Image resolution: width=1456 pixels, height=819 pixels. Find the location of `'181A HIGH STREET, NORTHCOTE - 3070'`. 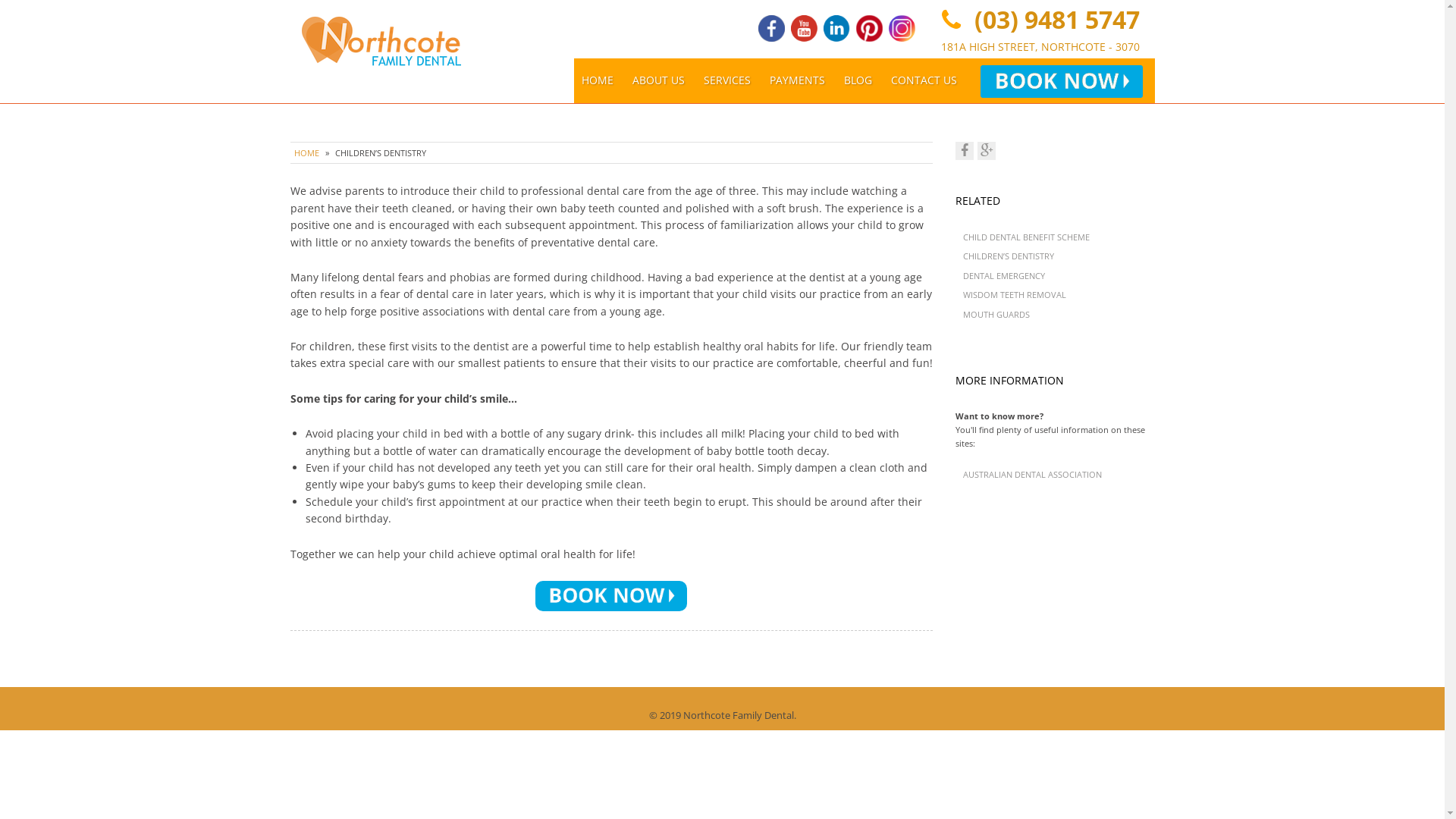

'181A HIGH STREET, NORTHCOTE - 3070' is located at coordinates (1039, 45).